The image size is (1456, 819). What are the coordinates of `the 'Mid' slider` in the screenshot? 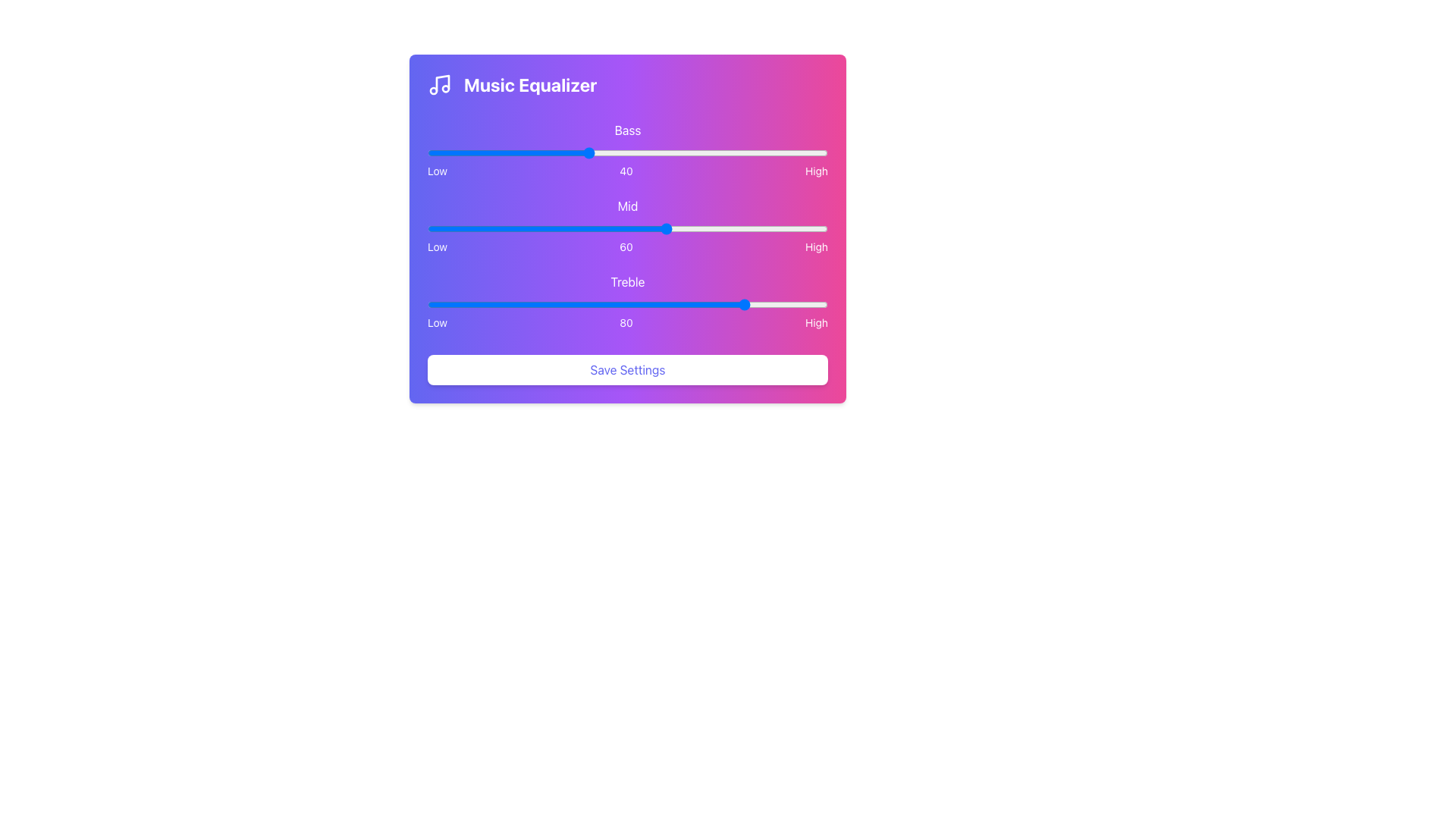 It's located at (667, 228).